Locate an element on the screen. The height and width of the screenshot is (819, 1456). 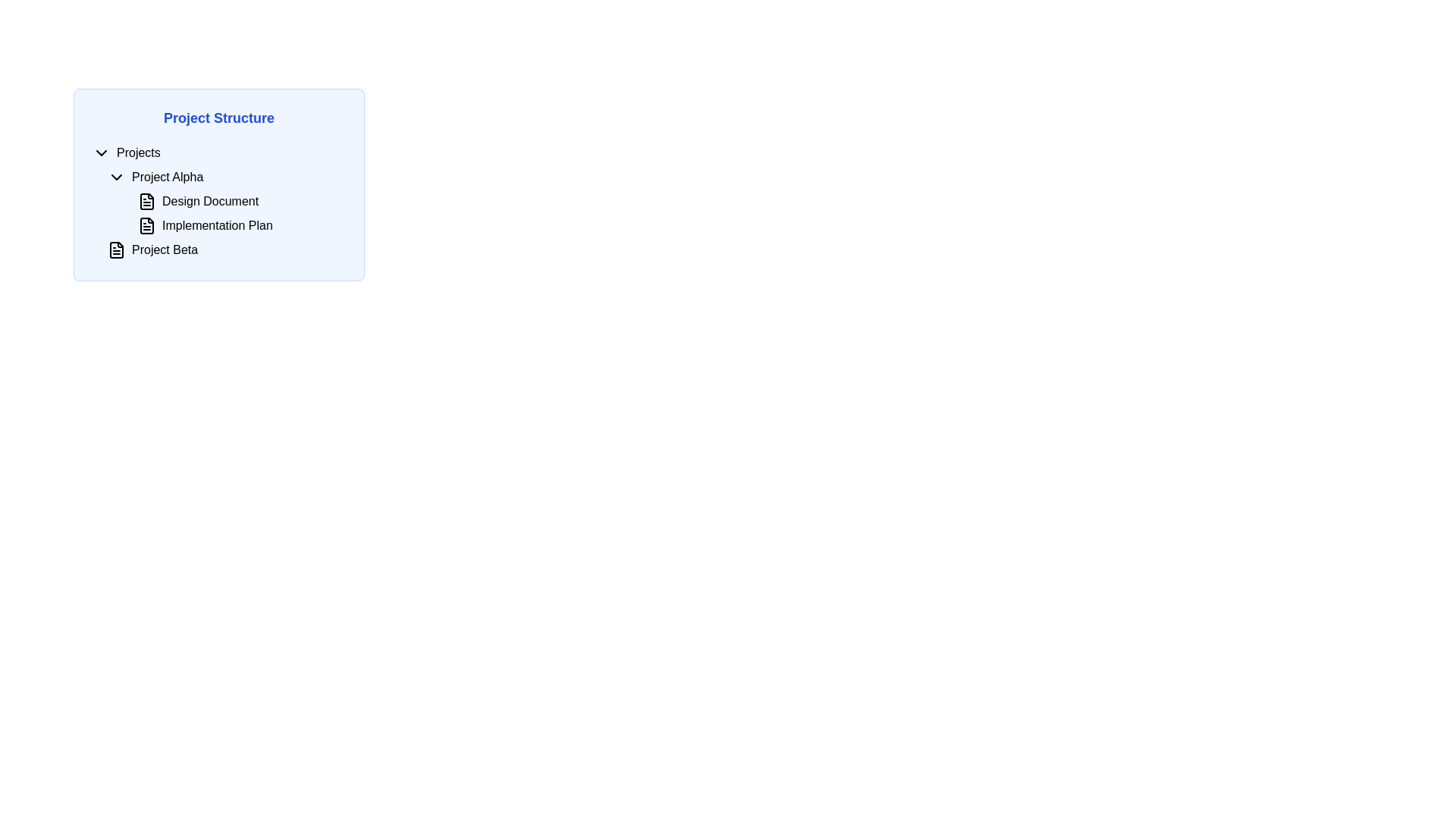
the Dropdown Indicator Icon, which is a chevron icon indicating the expandable/collapsible state of the 'Projects' section is located at coordinates (101, 152).